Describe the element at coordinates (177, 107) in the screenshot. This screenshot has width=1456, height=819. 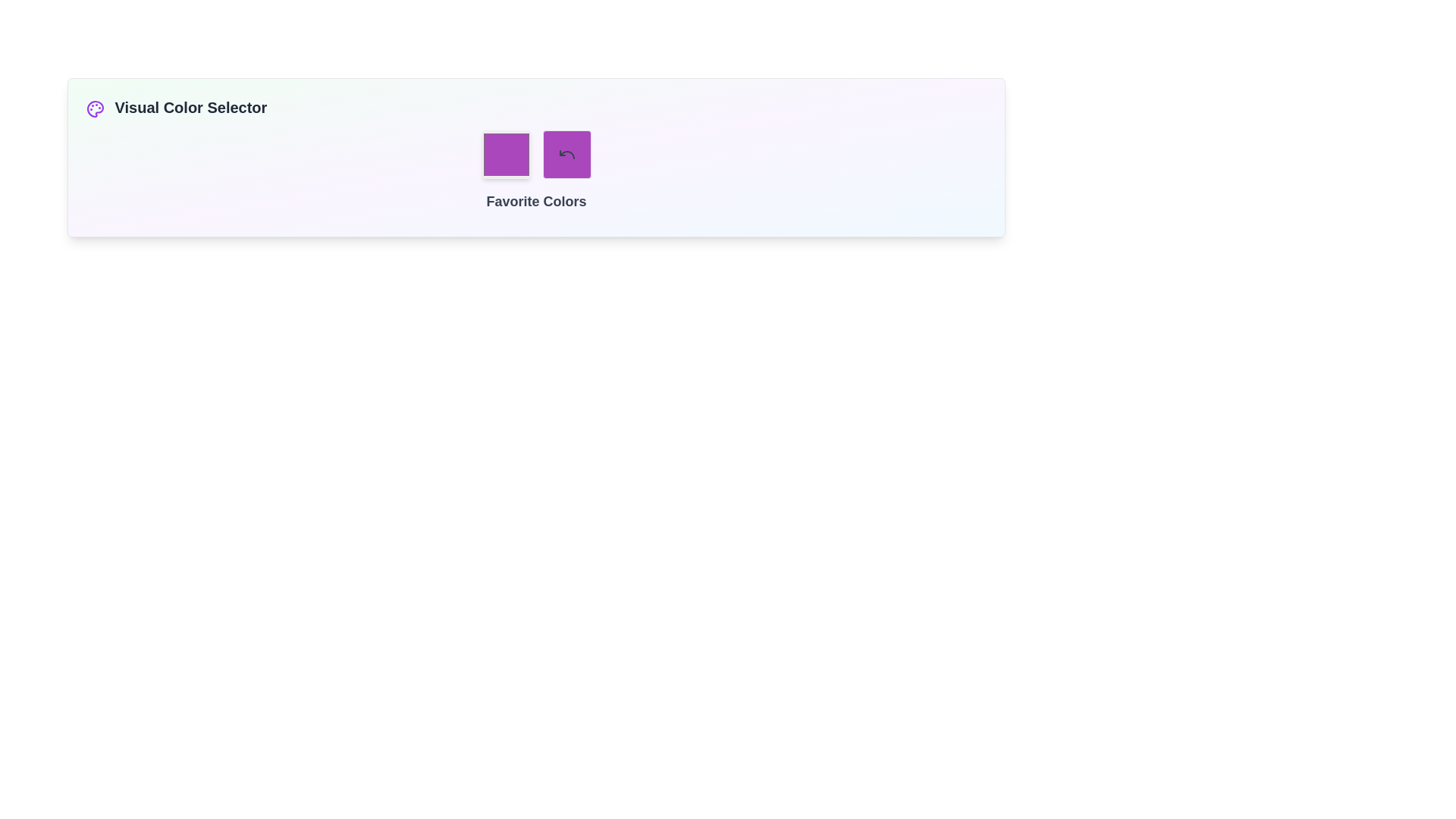
I see `the Text Label stating 'Visual Color Selector', which is styled in a bold, large font and positioned to the left of a palette icon at the top of the interface` at that location.